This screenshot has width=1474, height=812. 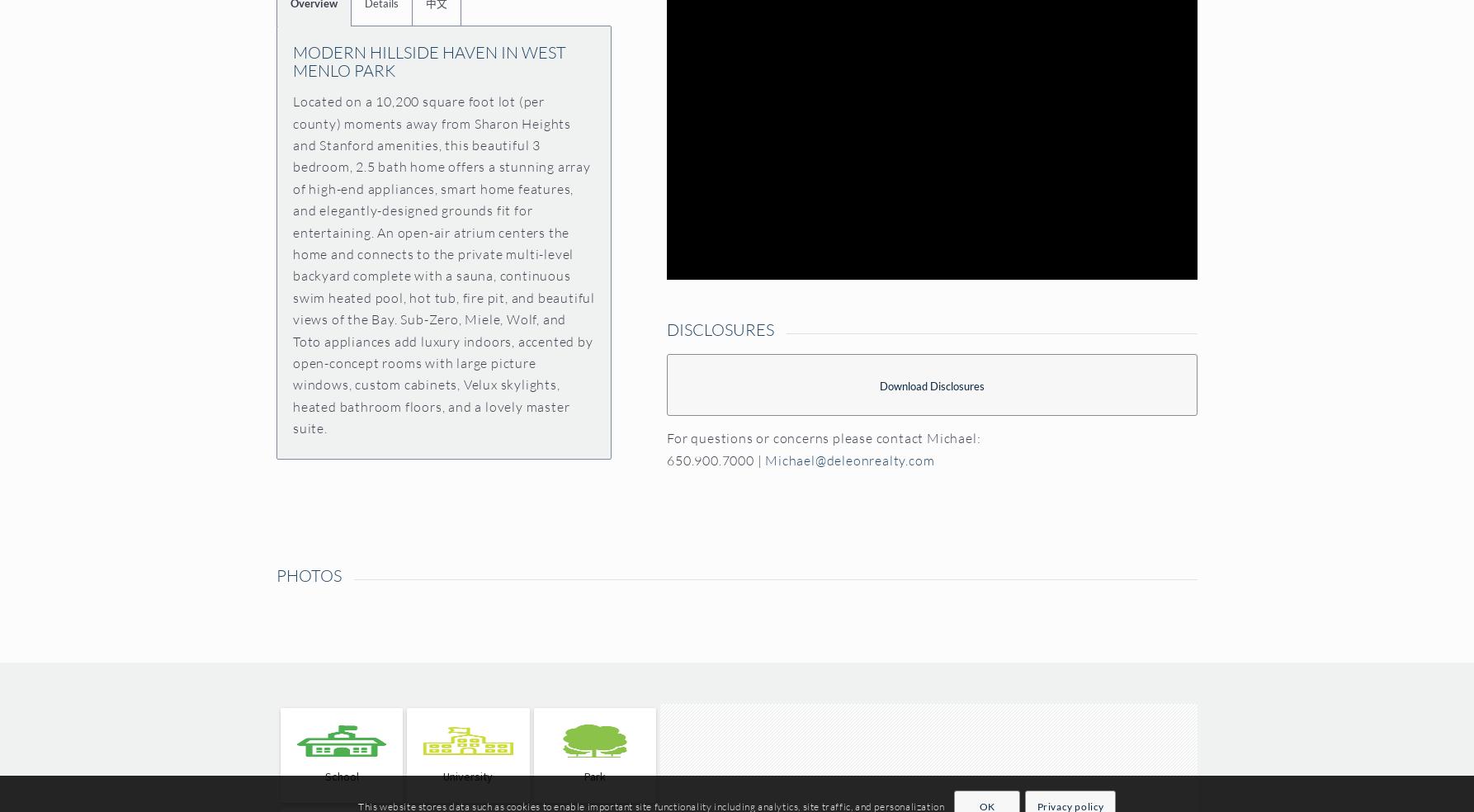 I want to click on 'University', so click(x=467, y=776).